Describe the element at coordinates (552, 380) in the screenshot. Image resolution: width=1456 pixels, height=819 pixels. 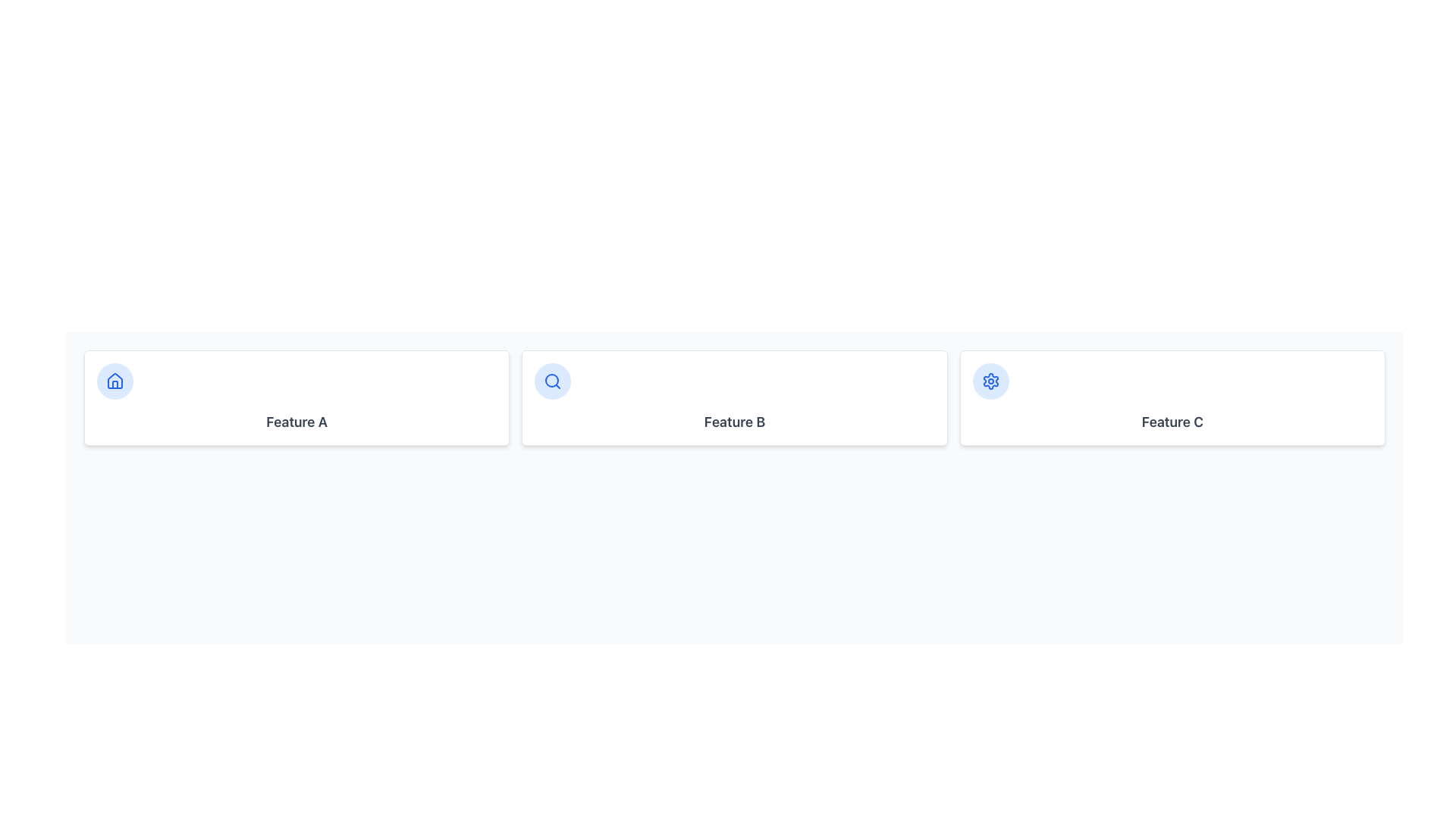
I see `the blue magnifying glass icon located` at that location.